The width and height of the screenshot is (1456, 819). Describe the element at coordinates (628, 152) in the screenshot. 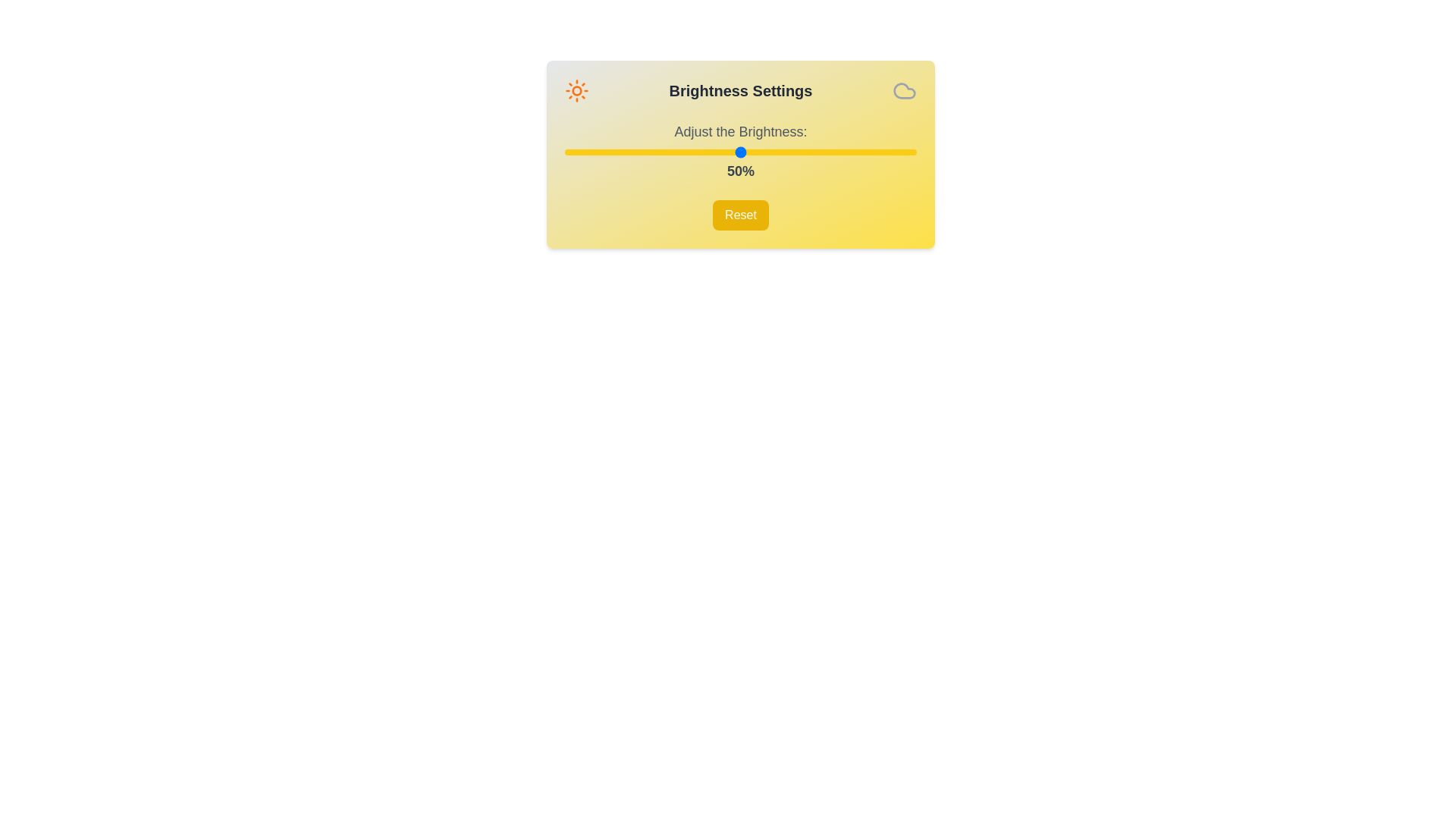

I see `the brightness slider to set the brightness level to 18%` at that location.